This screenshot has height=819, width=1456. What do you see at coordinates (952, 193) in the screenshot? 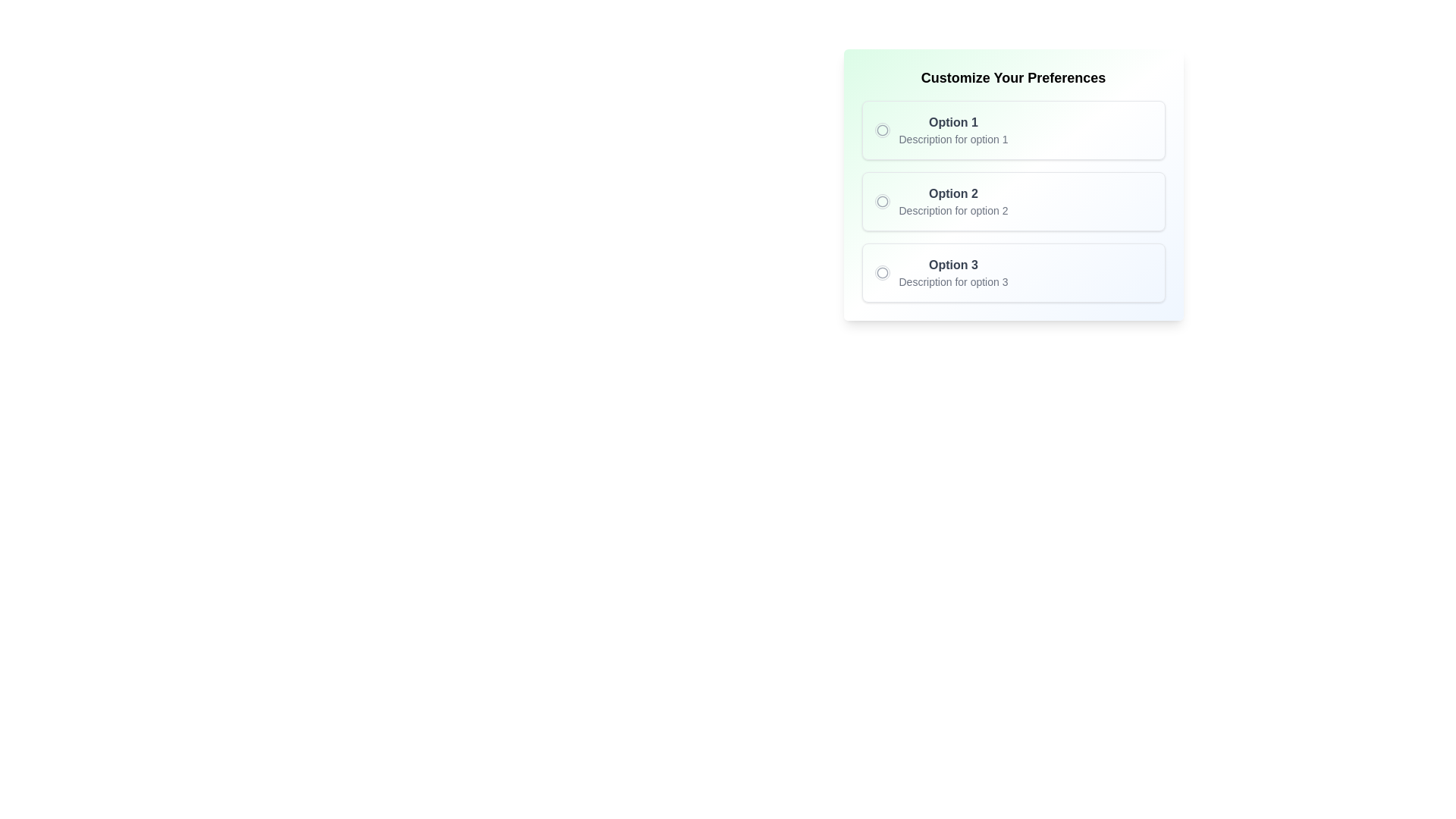
I see `the Text label that serves as a title for the second option in the user preference selection interface, positioned above the description for option 2` at bounding box center [952, 193].